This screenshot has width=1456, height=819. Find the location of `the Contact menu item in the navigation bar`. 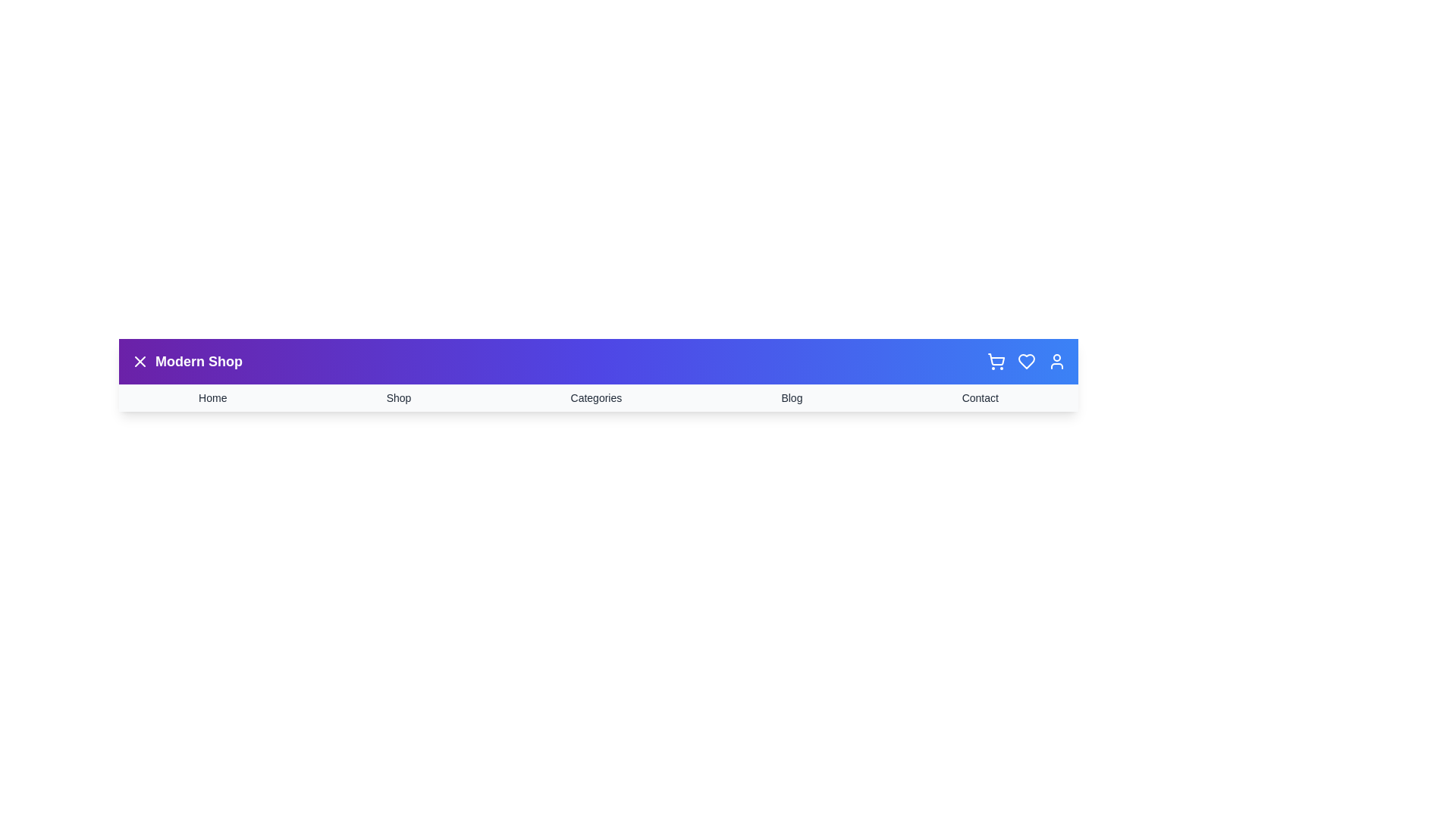

the Contact menu item in the navigation bar is located at coordinates (980, 397).